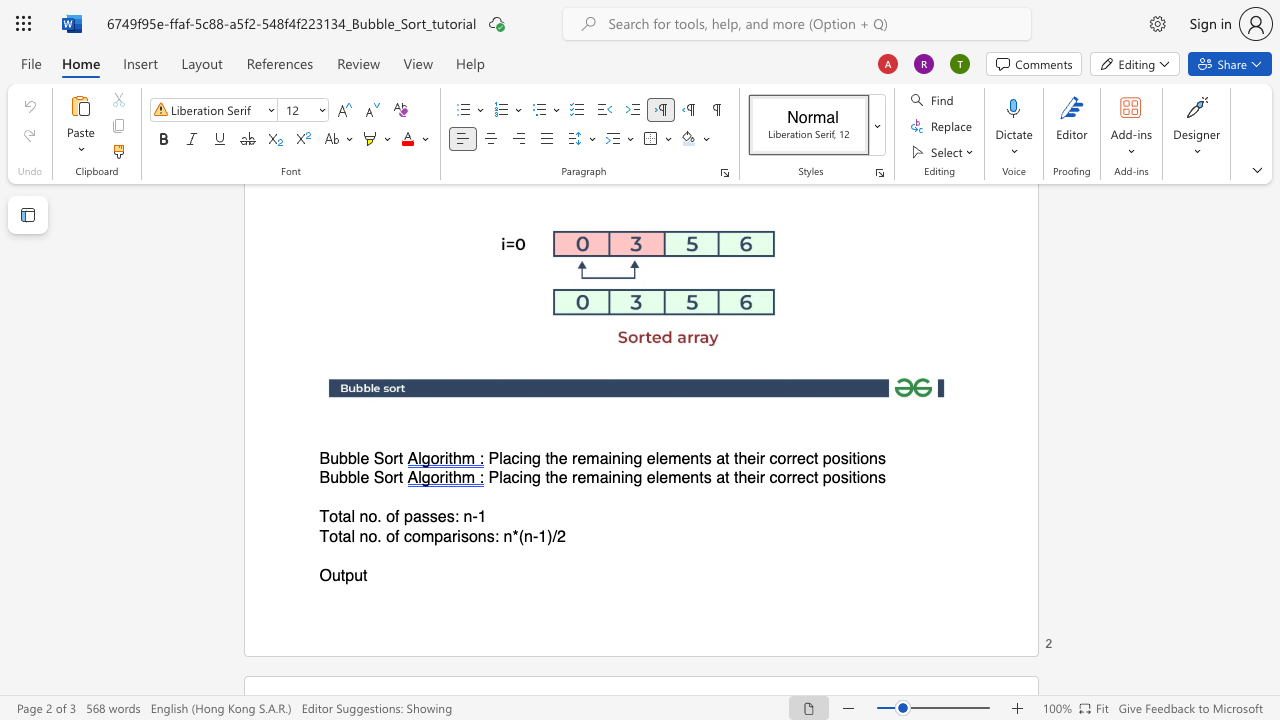  What do you see at coordinates (726, 459) in the screenshot?
I see `the 3th character "t" in the text` at bounding box center [726, 459].